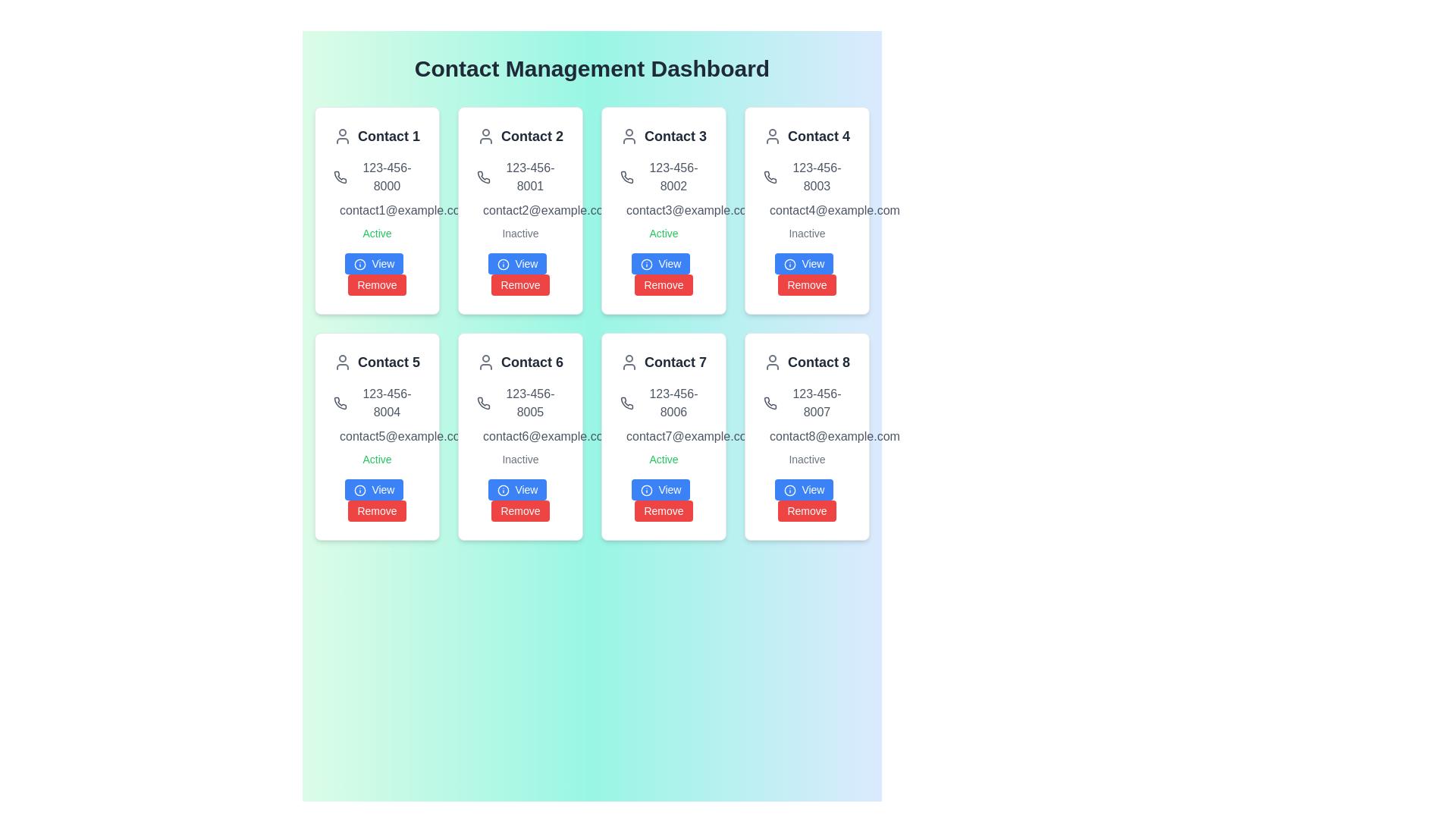 This screenshot has width=1456, height=819. Describe the element at coordinates (675, 362) in the screenshot. I see `the text label for 'Contact 7', which serves as the identifier for the contact card located in the bottom row and second column of the grid layout` at that location.